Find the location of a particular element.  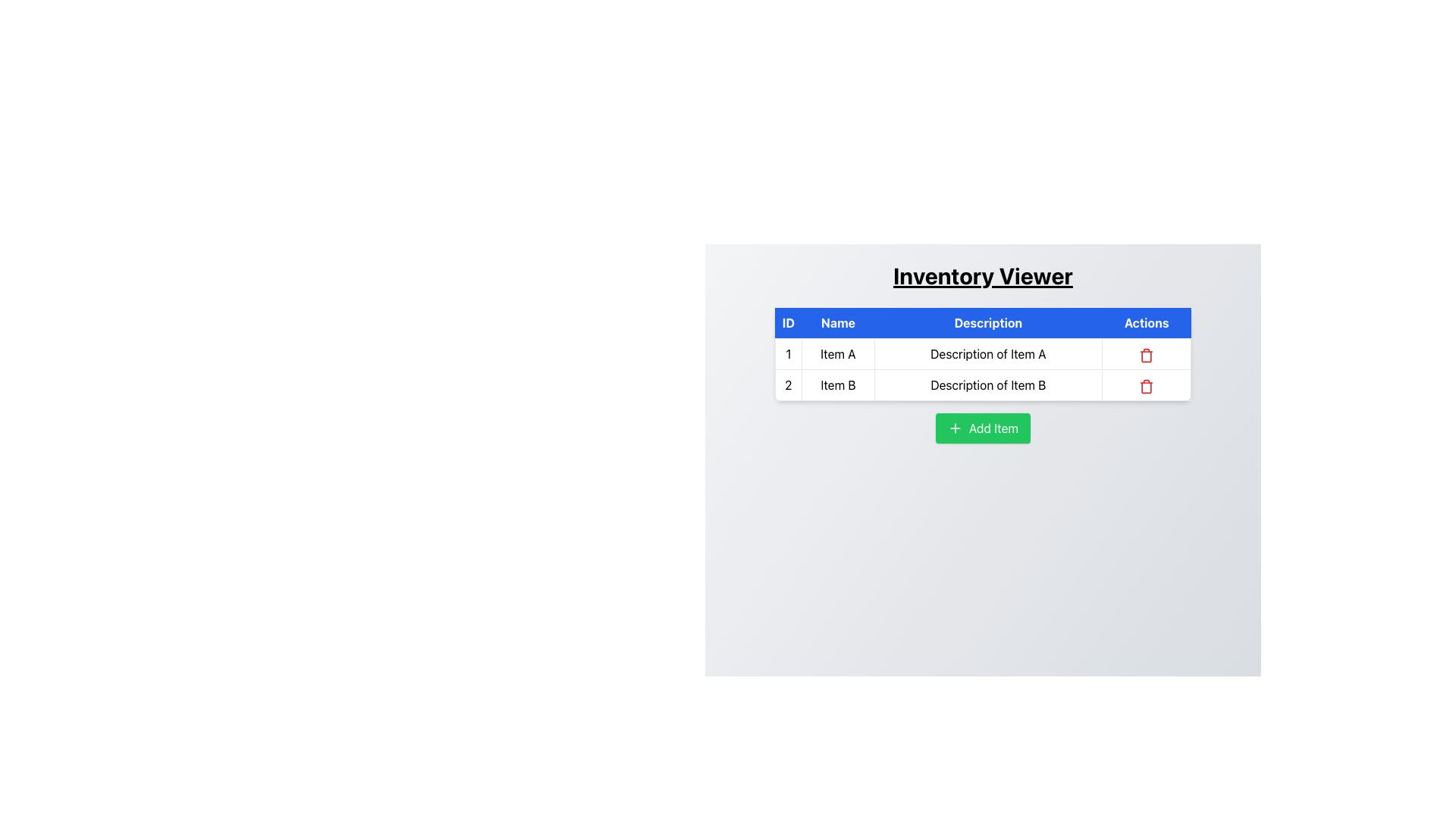

the Static Text Label displaying the name of the first item in the inventory, located in the first row of the table next to the ID column is located at coordinates (837, 353).